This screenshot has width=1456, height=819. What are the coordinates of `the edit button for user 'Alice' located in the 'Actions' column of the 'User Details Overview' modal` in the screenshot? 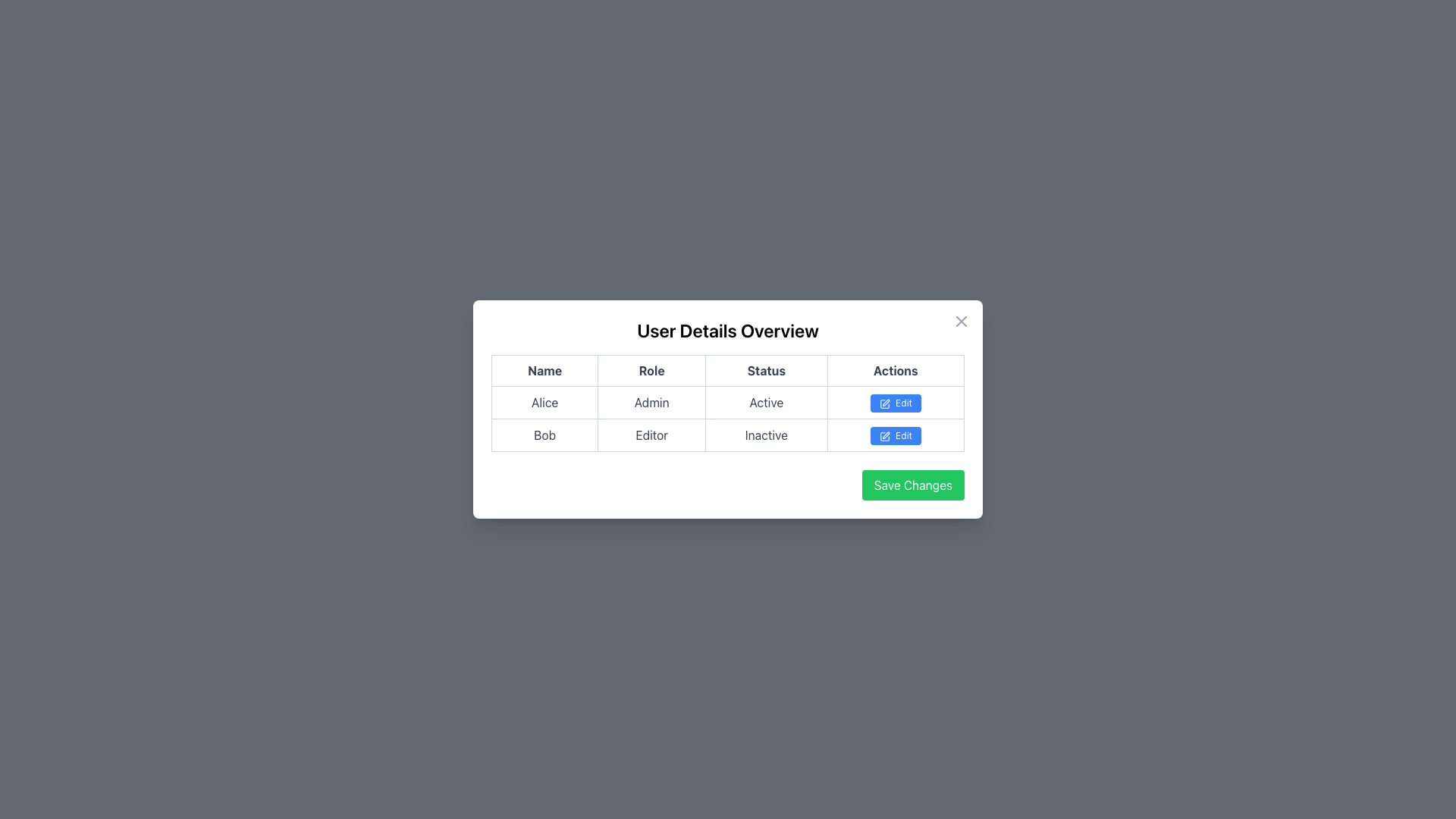 It's located at (896, 403).